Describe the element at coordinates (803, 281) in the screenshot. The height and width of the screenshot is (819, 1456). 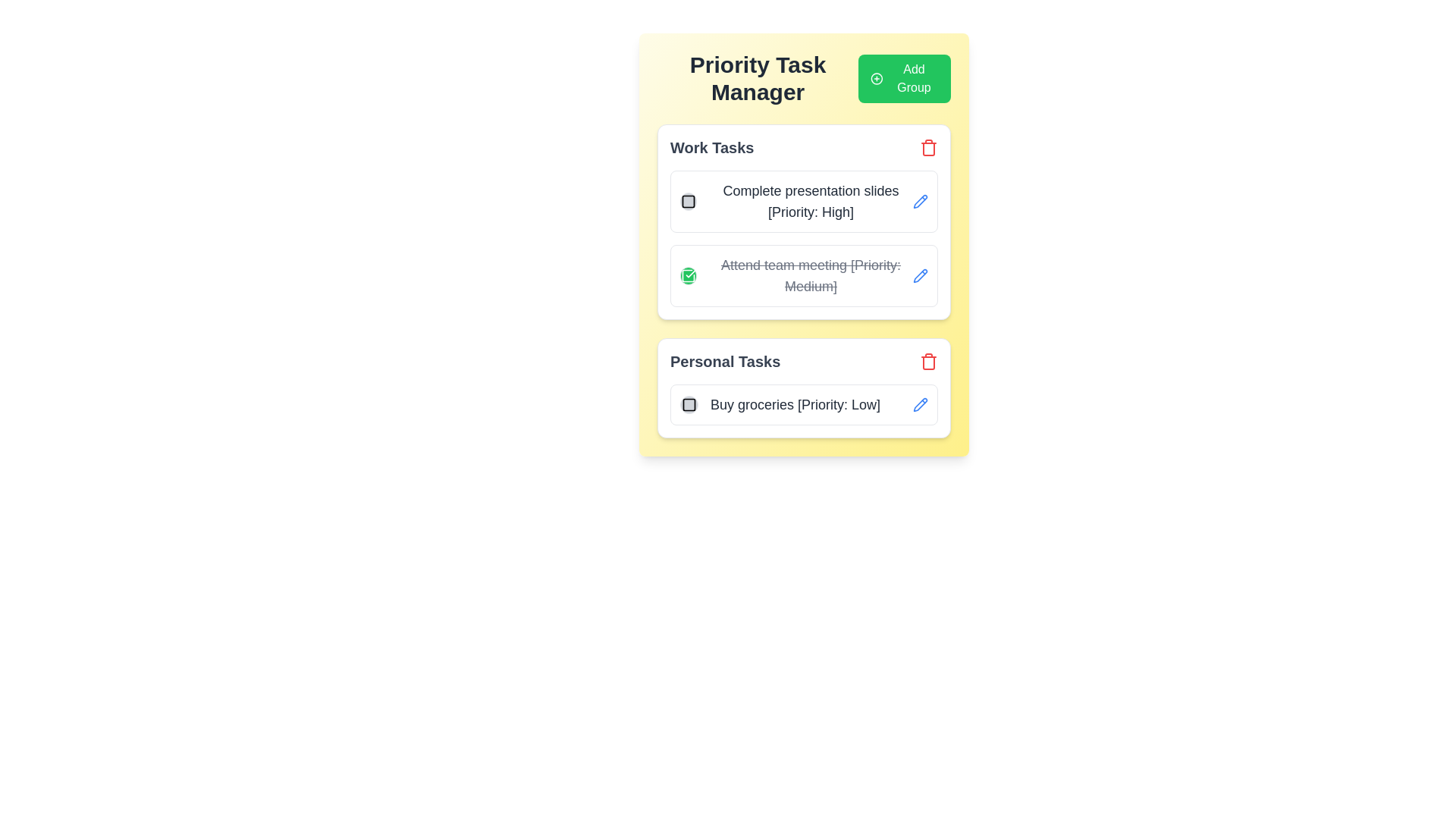
I see `the checkmark of the second task item under the 'Work Tasks' section` at that location.